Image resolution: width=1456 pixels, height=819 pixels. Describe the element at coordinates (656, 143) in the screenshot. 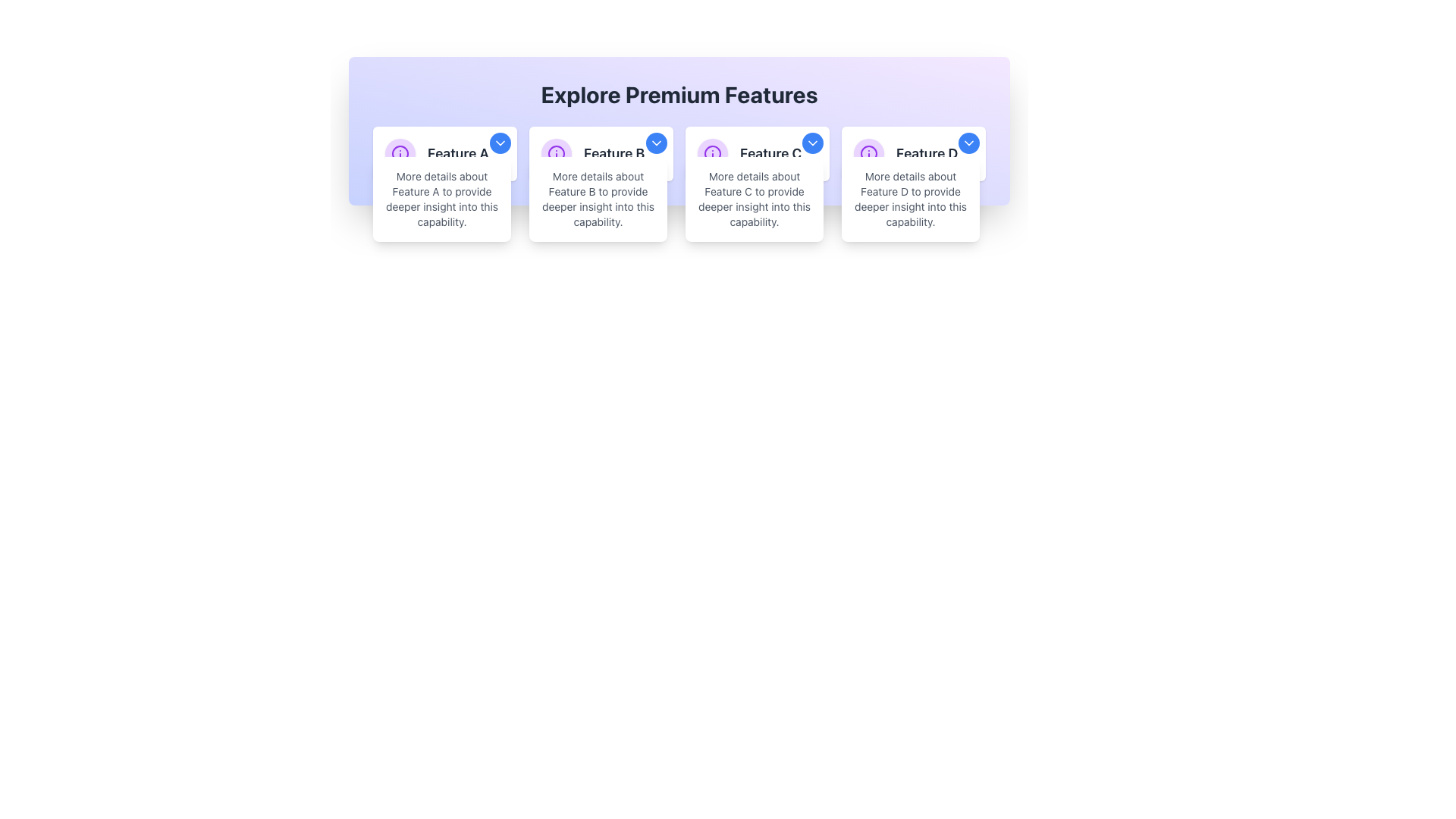

I see `the chevron icon located in the top-right corner of the 'Feature B' card` at that location.